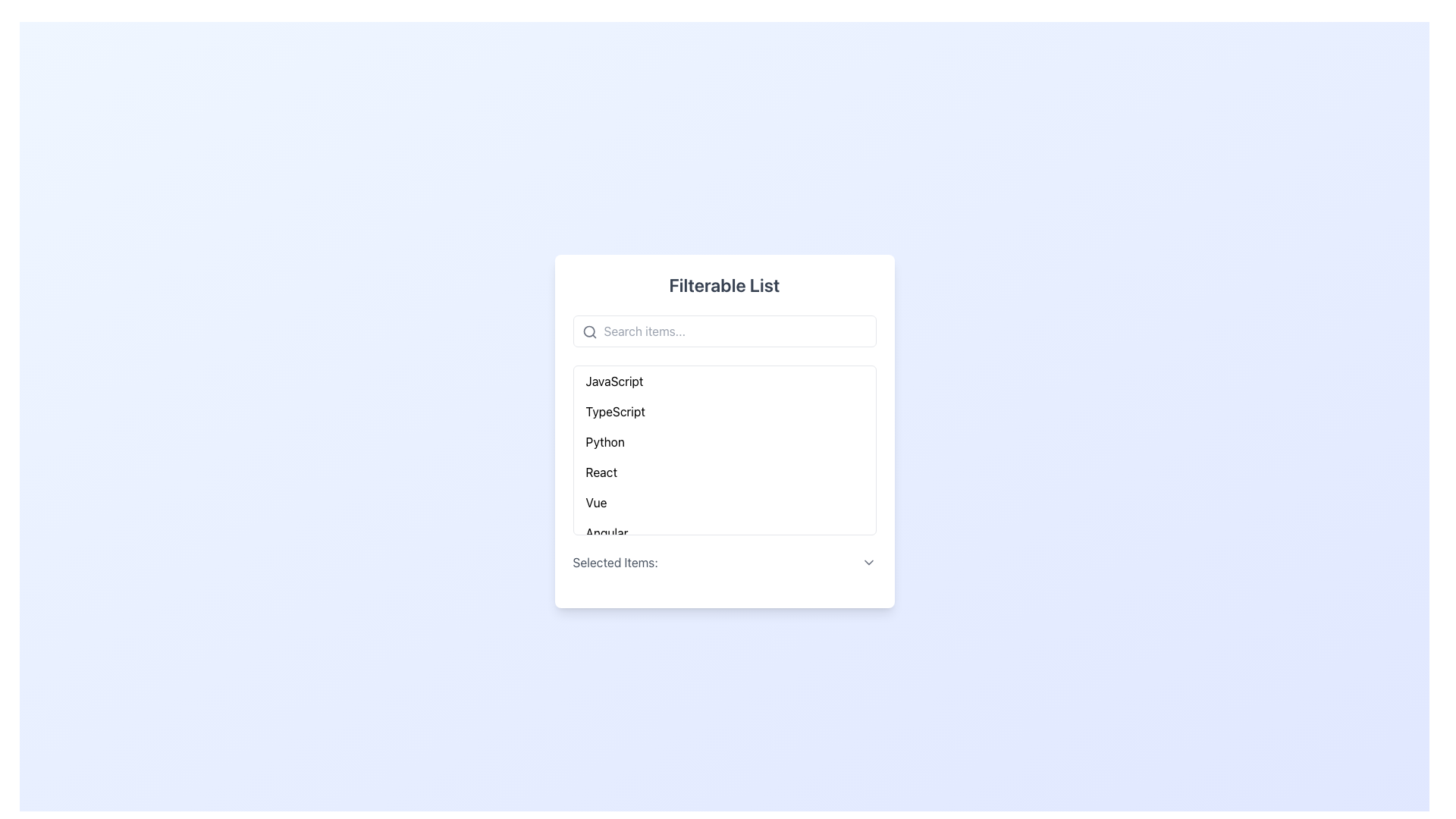 The image size is (1456, 819). Describe the element at coordinates (723, 380) in the screenshot. I see `the 'JavaScript' dropdown menu option, which is the first element in the scrollable dropdown menu located under the search input field` at that location.